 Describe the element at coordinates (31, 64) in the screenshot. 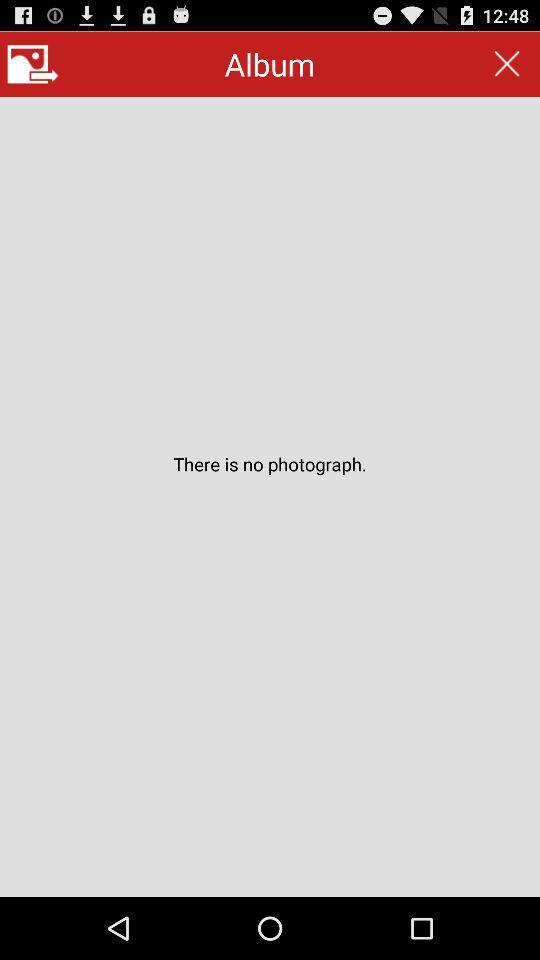

I see `next photo` at that location.